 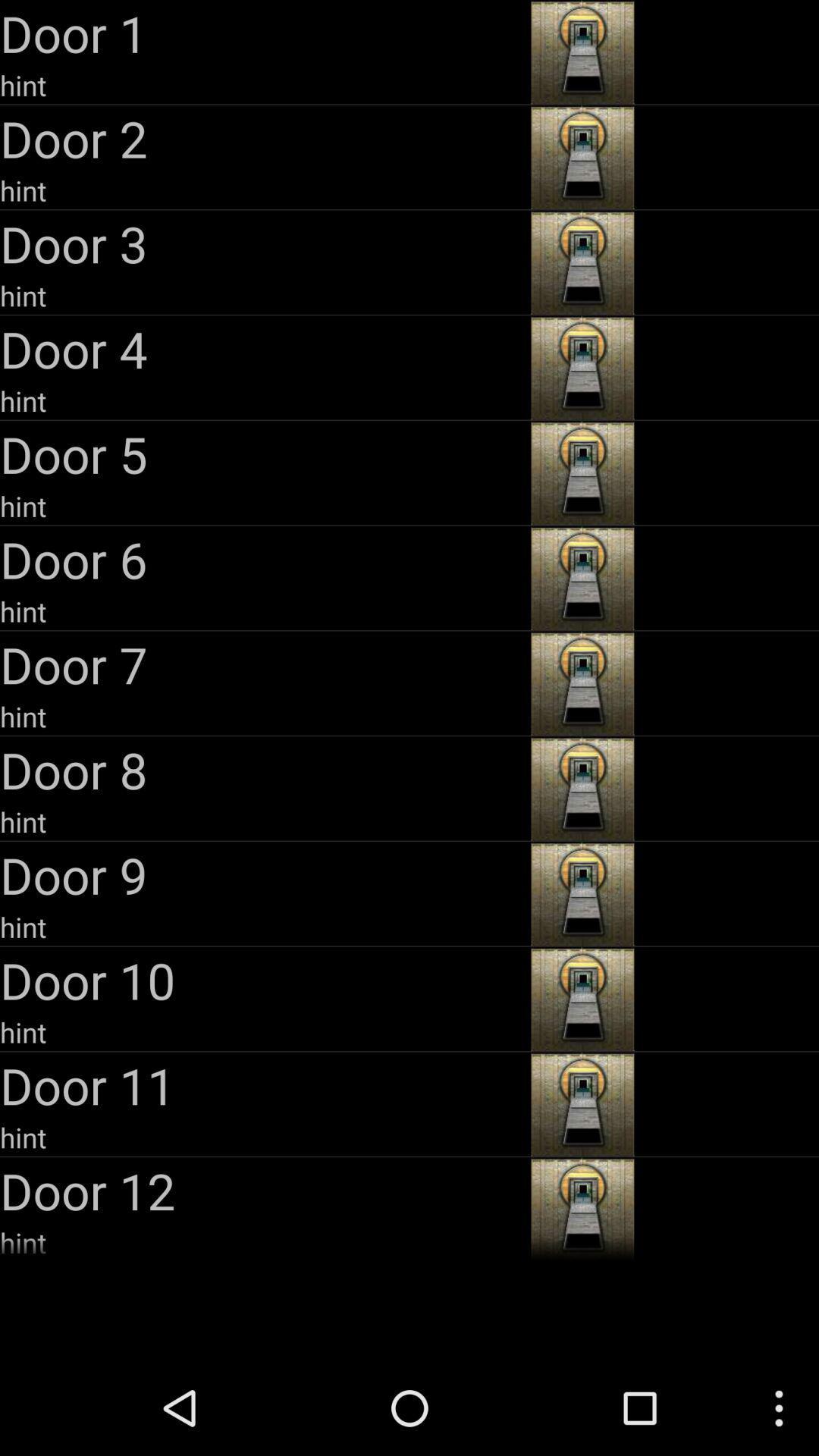 I want to click on icon below the hint icon, so click(x=262, y=664).